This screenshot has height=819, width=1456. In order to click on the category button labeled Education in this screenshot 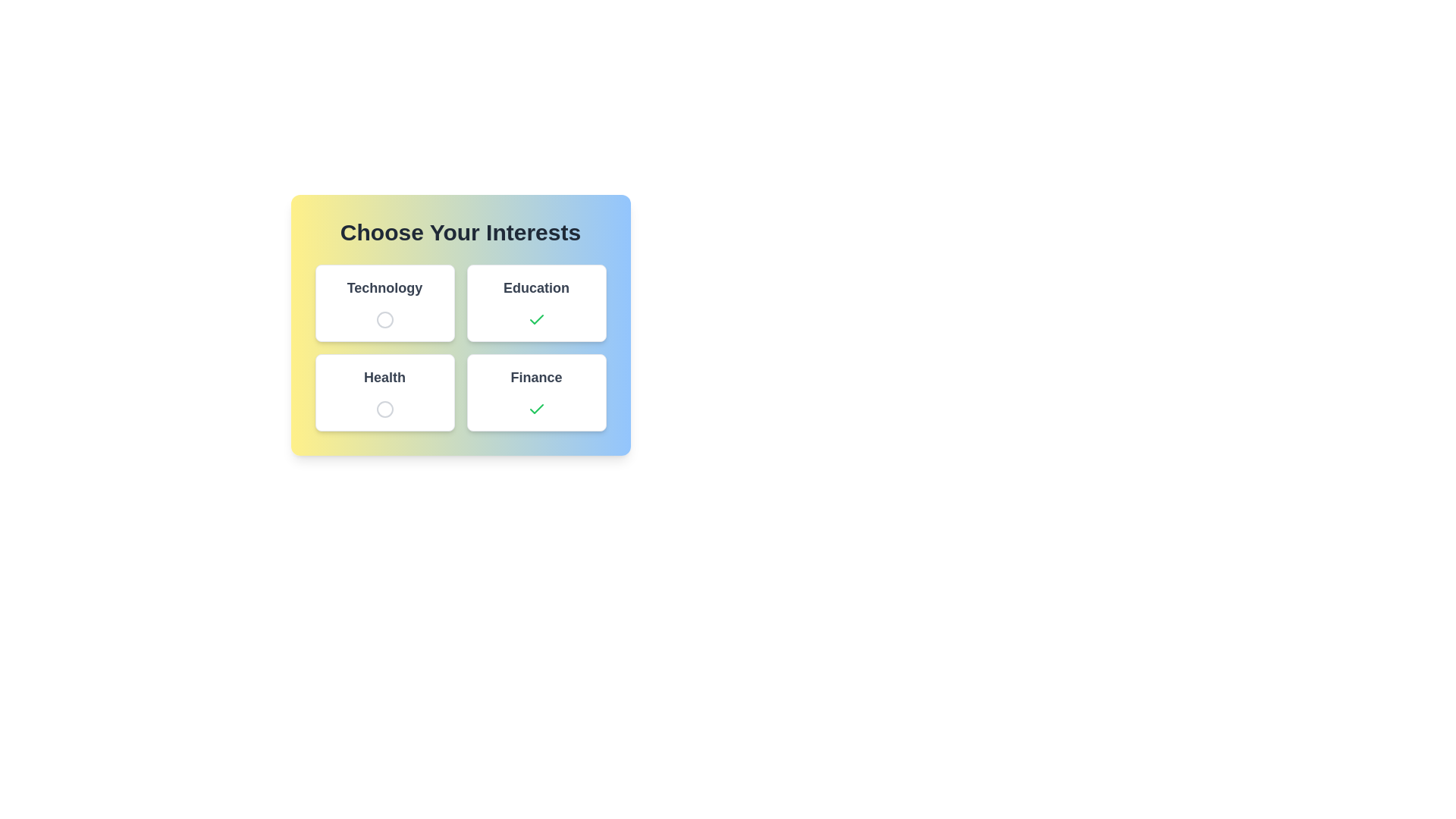, I will do `click(536, 303)`.